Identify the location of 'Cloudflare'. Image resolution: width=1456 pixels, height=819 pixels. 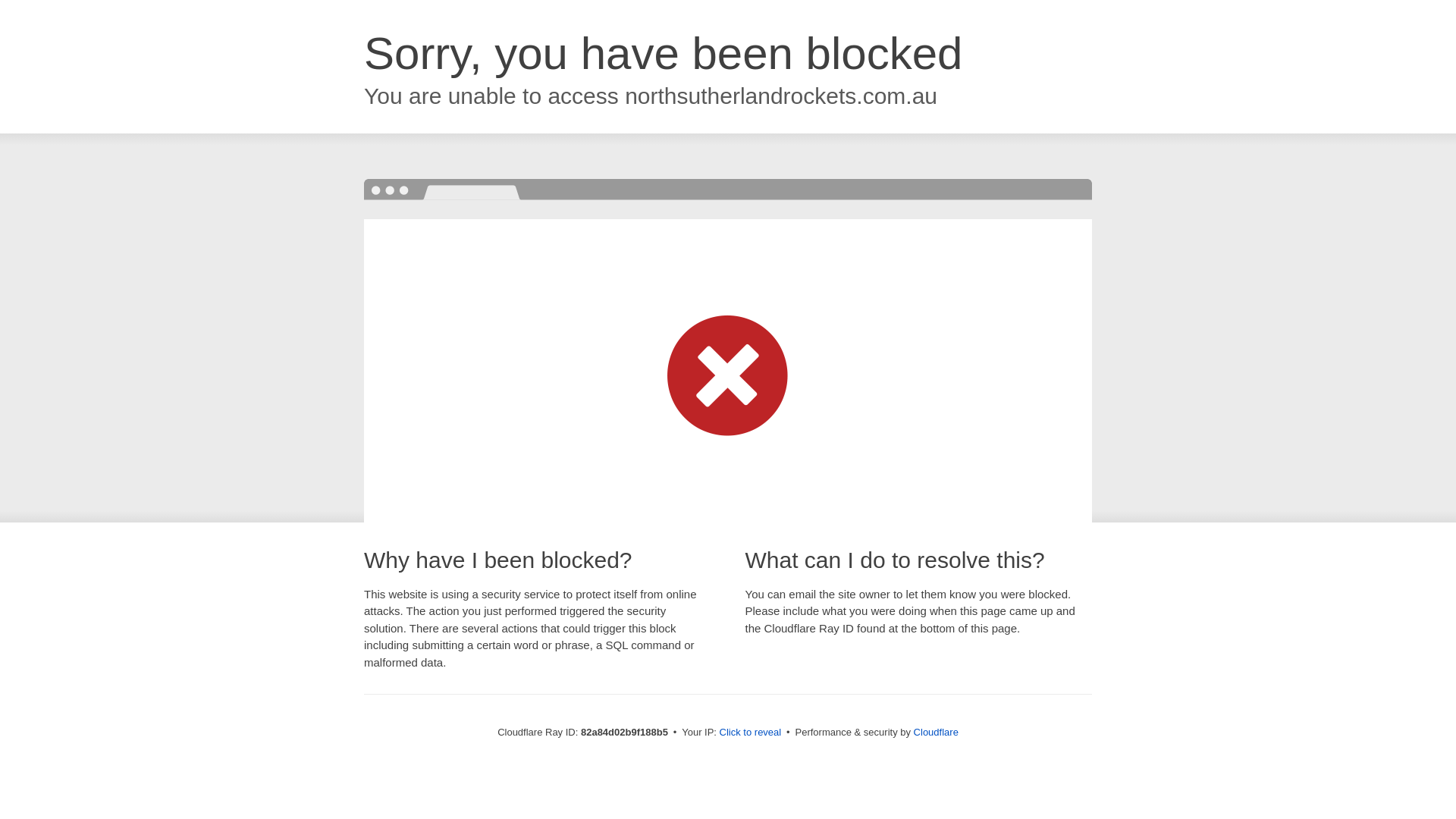
(935, 731).